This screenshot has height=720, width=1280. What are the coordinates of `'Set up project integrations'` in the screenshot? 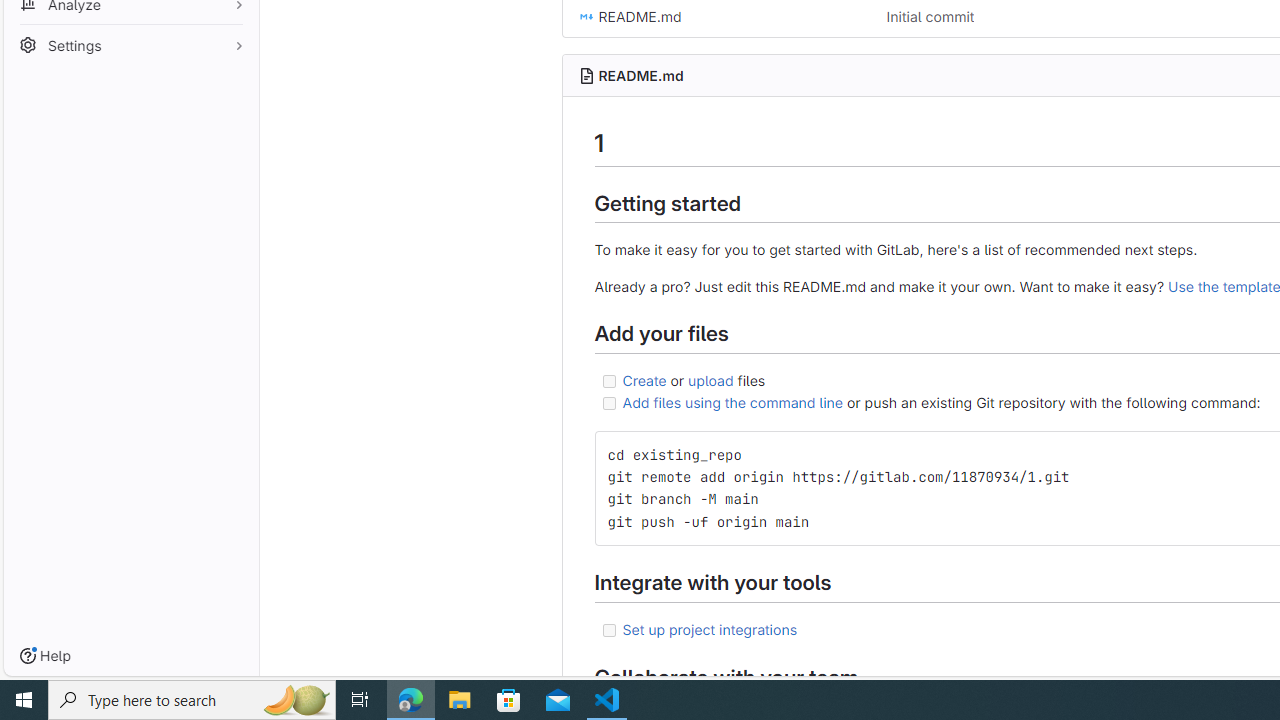 It's located at (709, 627).